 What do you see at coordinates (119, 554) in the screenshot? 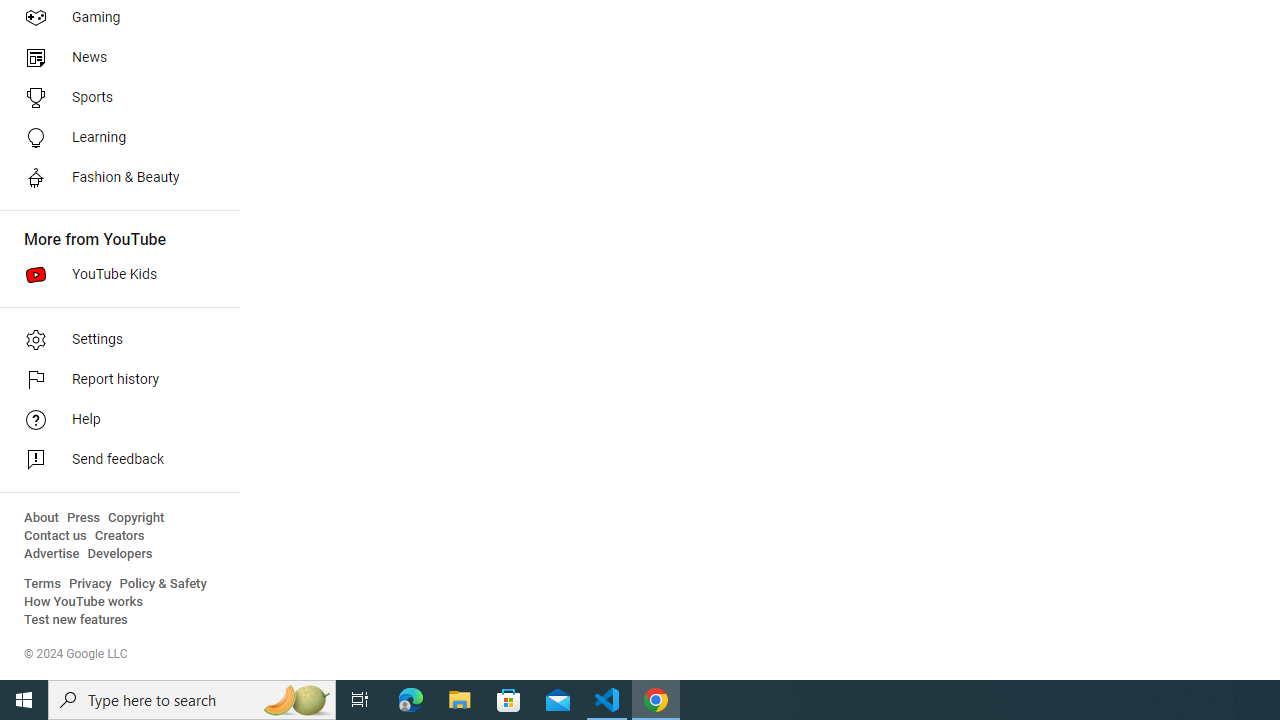
I see `'Developers'` at bounding box center [119, 554].